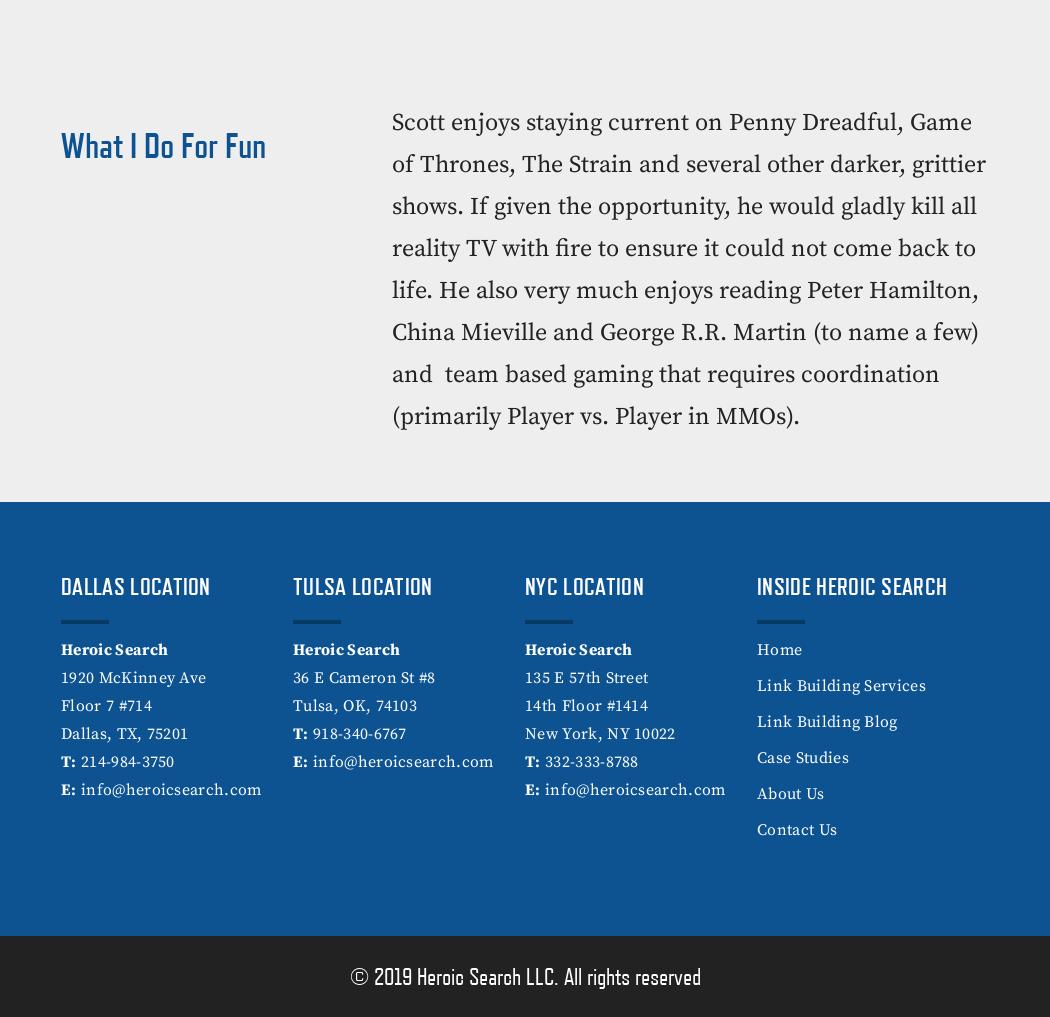 The image size is (1050, 1017). I want to click on 'Inside Heroic Search', so click(851, 585).